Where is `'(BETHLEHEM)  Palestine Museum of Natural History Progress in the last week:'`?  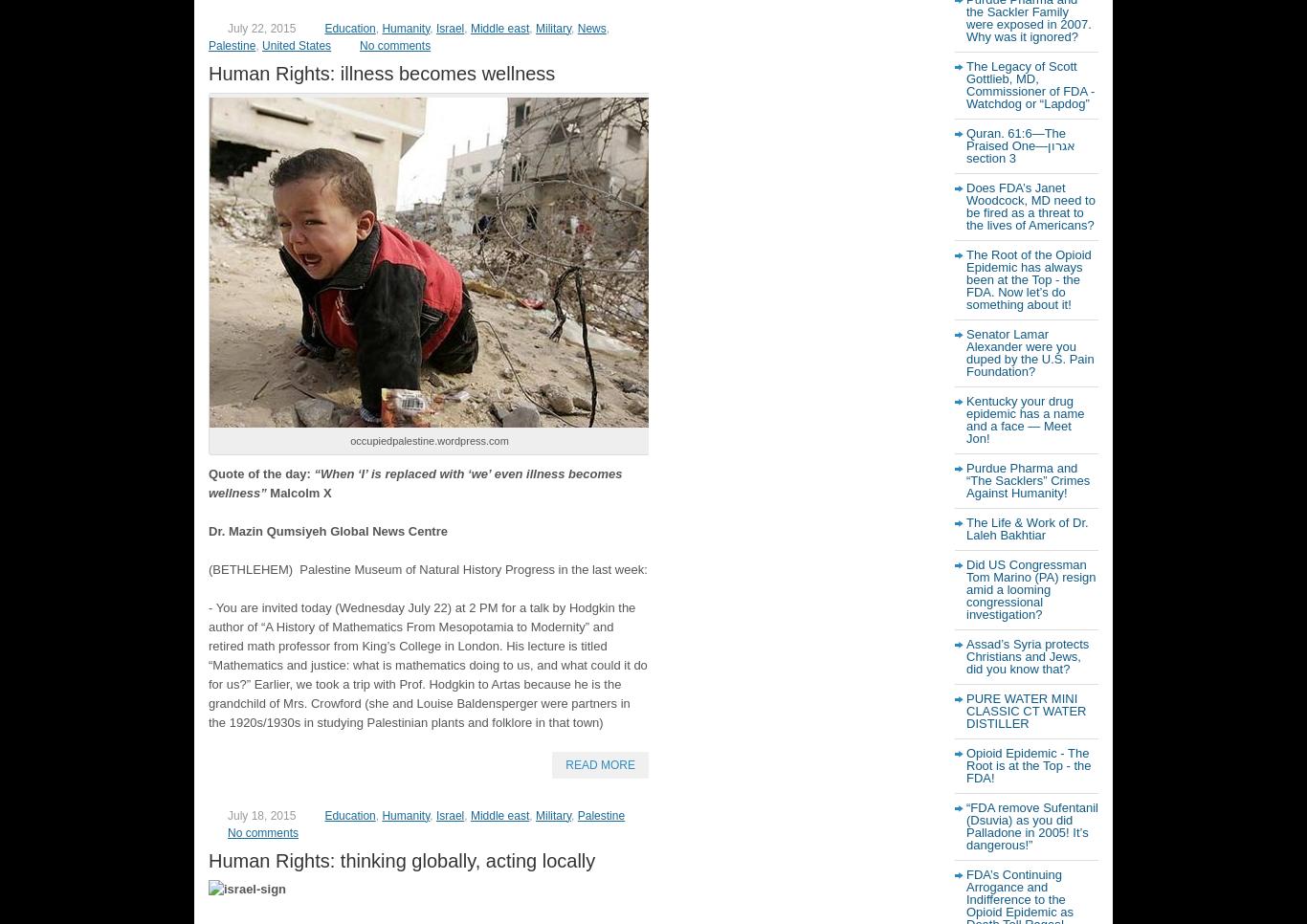
'(BETHLEHEM)  Palestine Museum of Natural History Progress in the last week:' is located at coordinates (426, 568).